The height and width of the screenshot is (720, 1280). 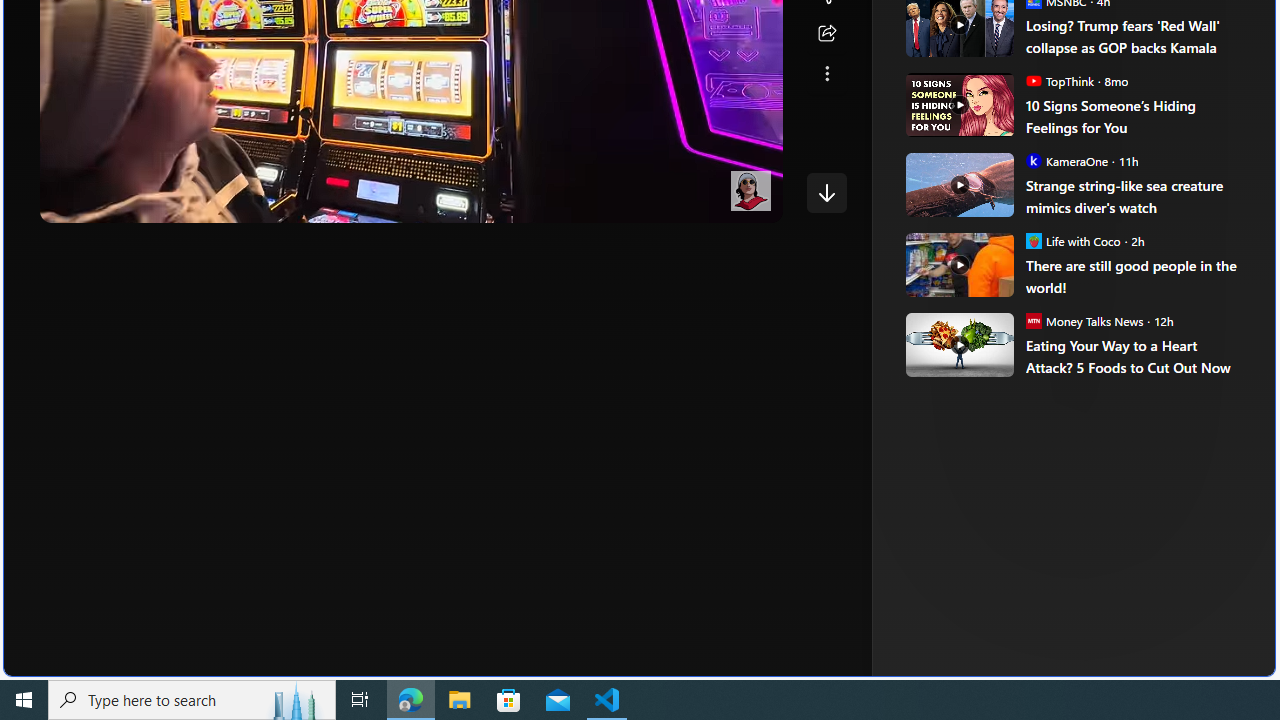 I want to click on 'Life with Coco Life with Coco', so click(x=1072, y=239).